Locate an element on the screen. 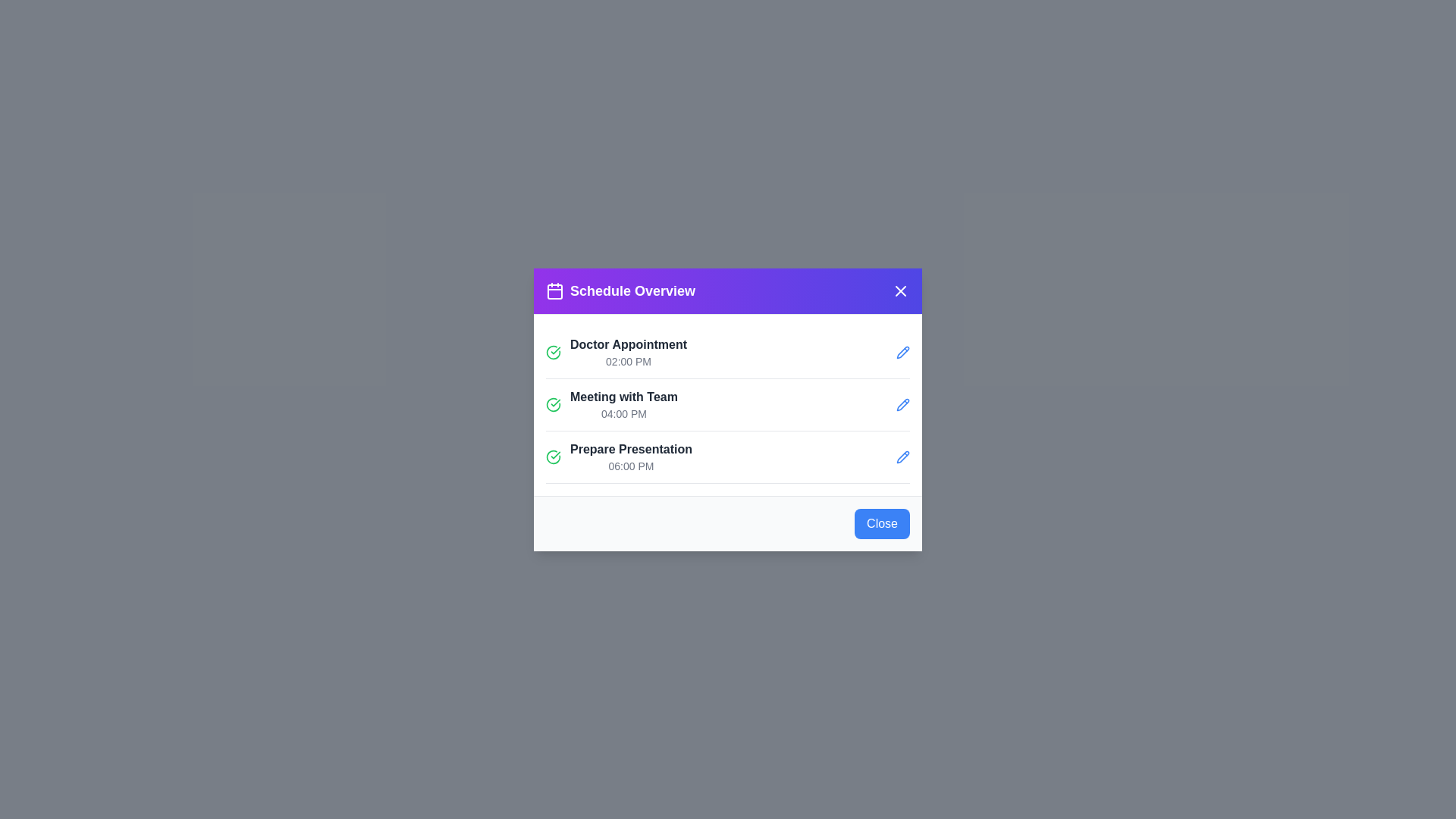 The width and height of the screenshot is (1456, 819). the close button located at the far right of the 'Schedule Overview' purple header bar is located at coordinates (901, 290).